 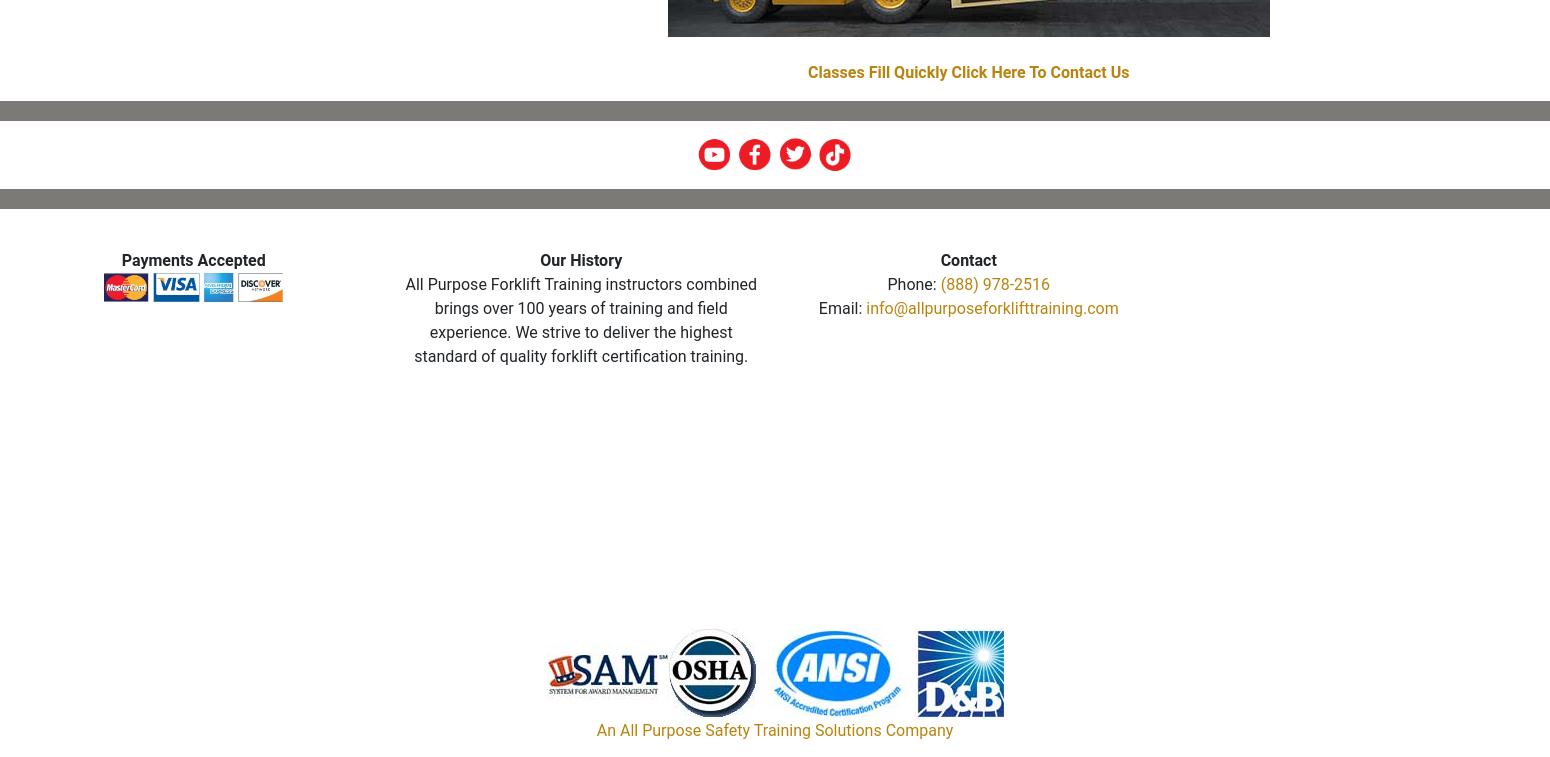 I want to click on 'Contact', so click(x=966, y=259).